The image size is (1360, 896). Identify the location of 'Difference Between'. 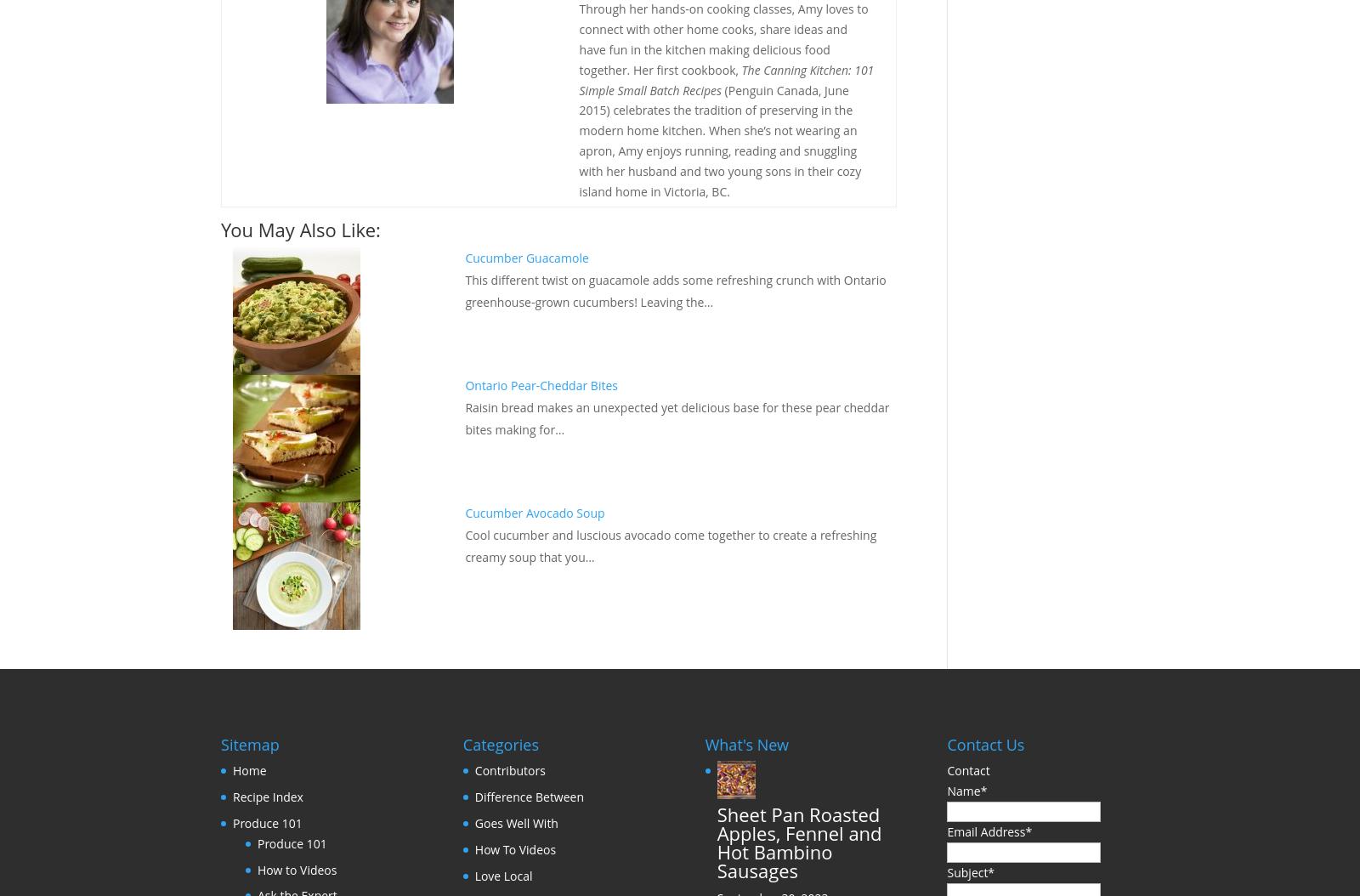
(473, 796).